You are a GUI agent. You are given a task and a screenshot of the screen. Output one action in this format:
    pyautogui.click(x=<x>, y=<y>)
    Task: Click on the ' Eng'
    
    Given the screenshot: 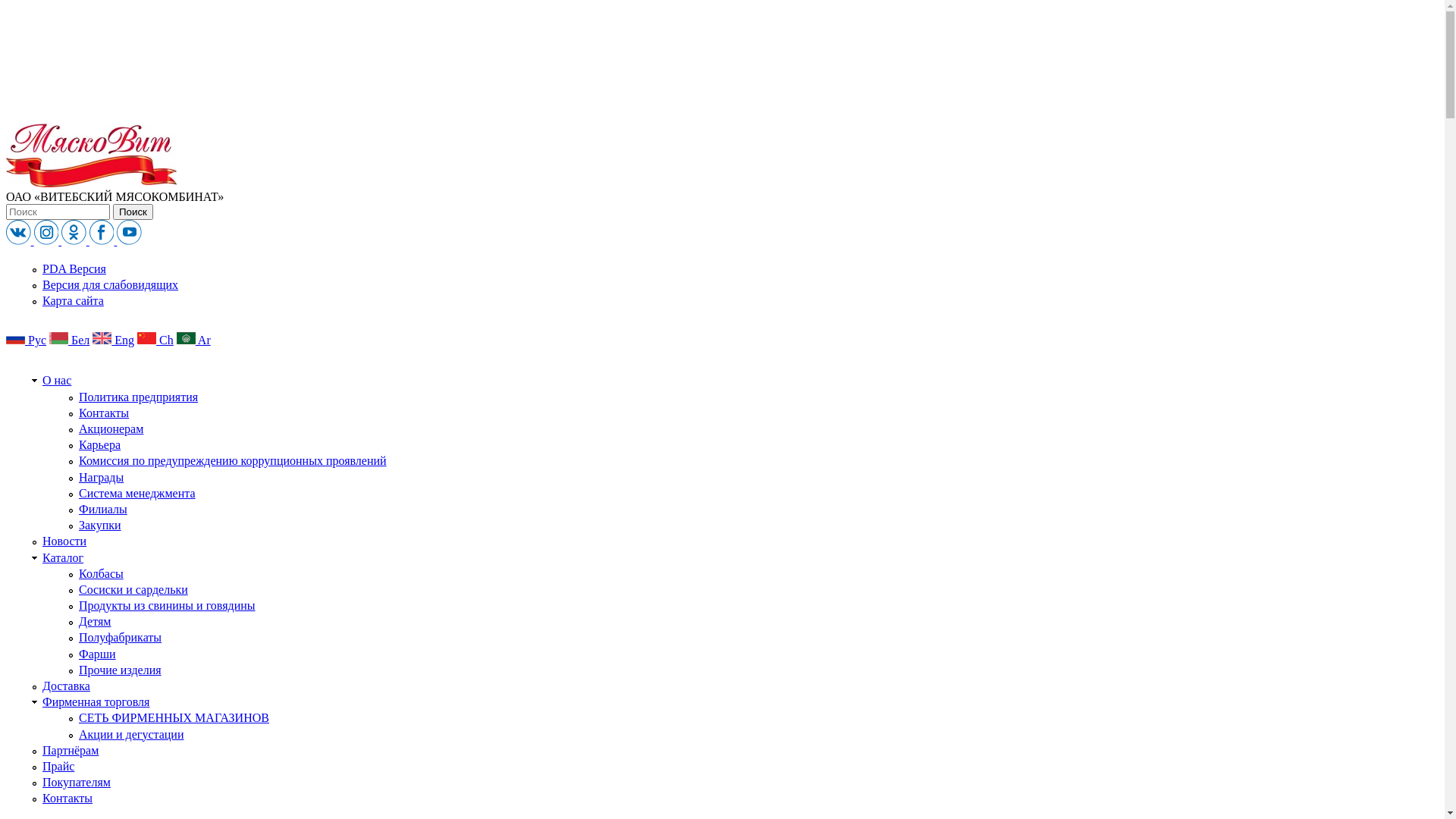 What is the action you would take?
    pyautogui.click(x=112, y=339)
    